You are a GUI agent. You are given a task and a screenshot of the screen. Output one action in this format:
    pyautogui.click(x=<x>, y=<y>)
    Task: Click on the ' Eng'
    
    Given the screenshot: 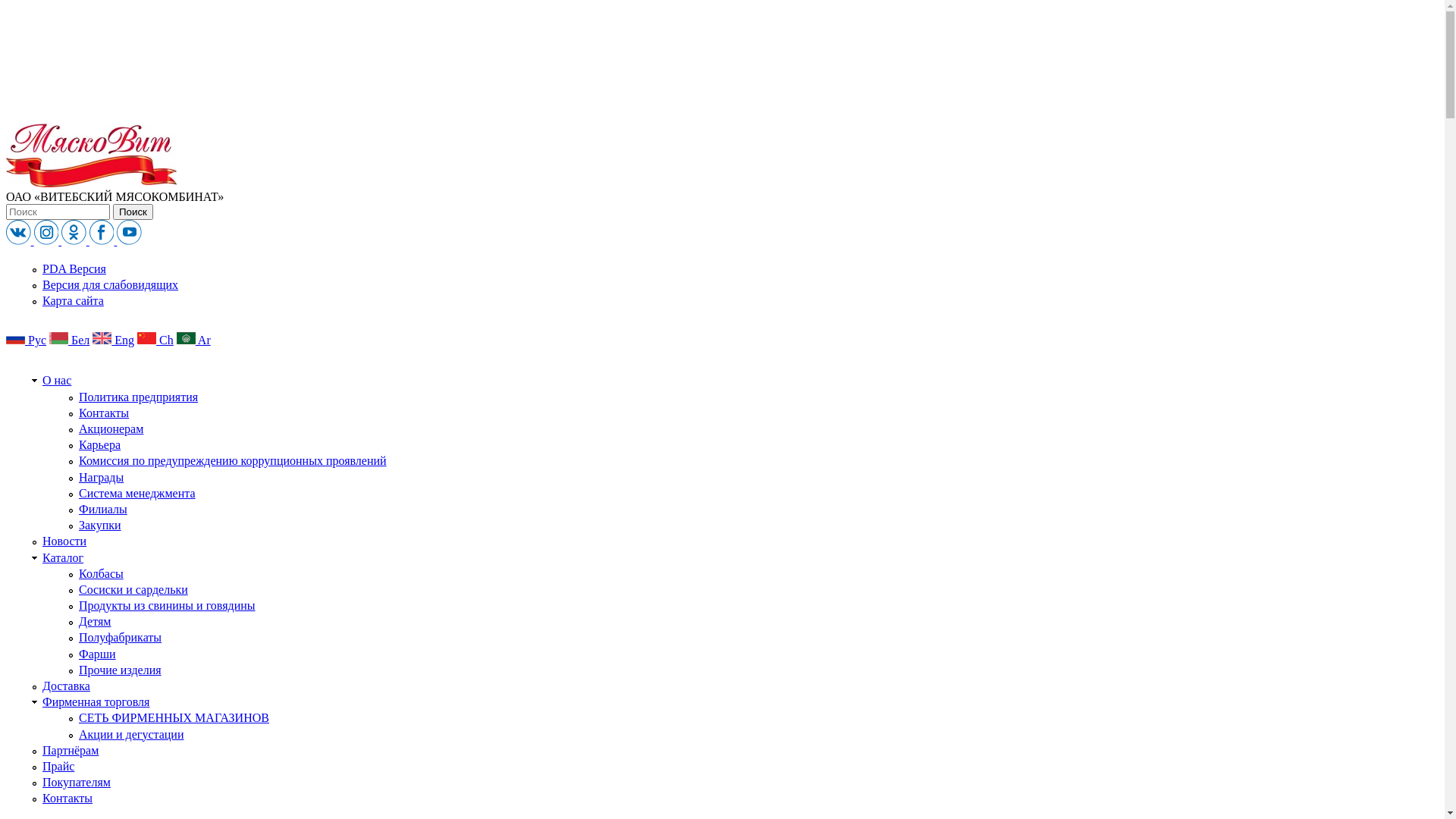 What is the action you would take?
    pyautogui.click(x=112, y=339)
    